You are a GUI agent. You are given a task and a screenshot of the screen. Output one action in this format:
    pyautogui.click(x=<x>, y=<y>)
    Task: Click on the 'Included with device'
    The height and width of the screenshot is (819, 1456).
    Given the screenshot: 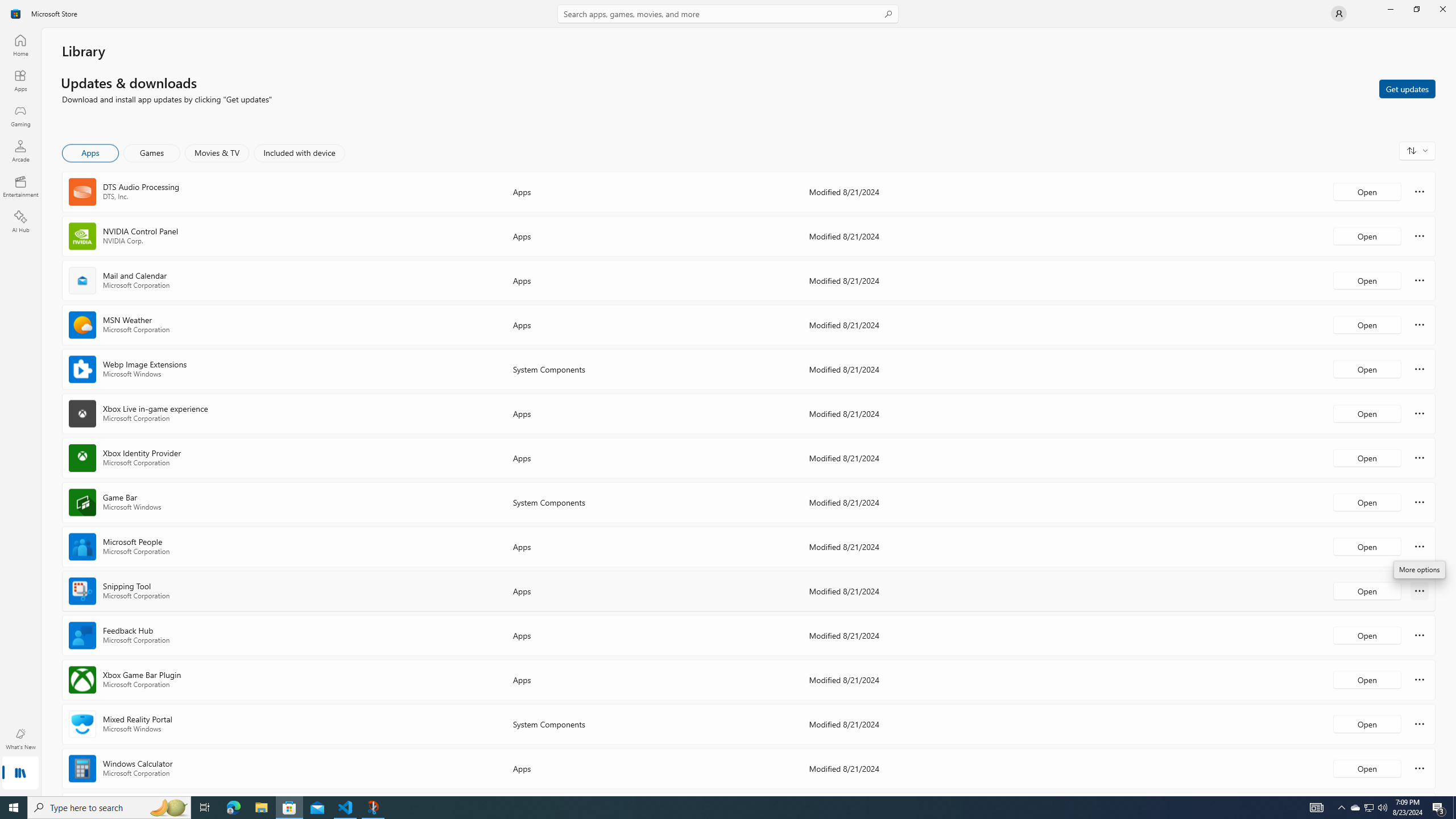 What is the action you would take?
    pyautogui.click(x=299, y=152)
    